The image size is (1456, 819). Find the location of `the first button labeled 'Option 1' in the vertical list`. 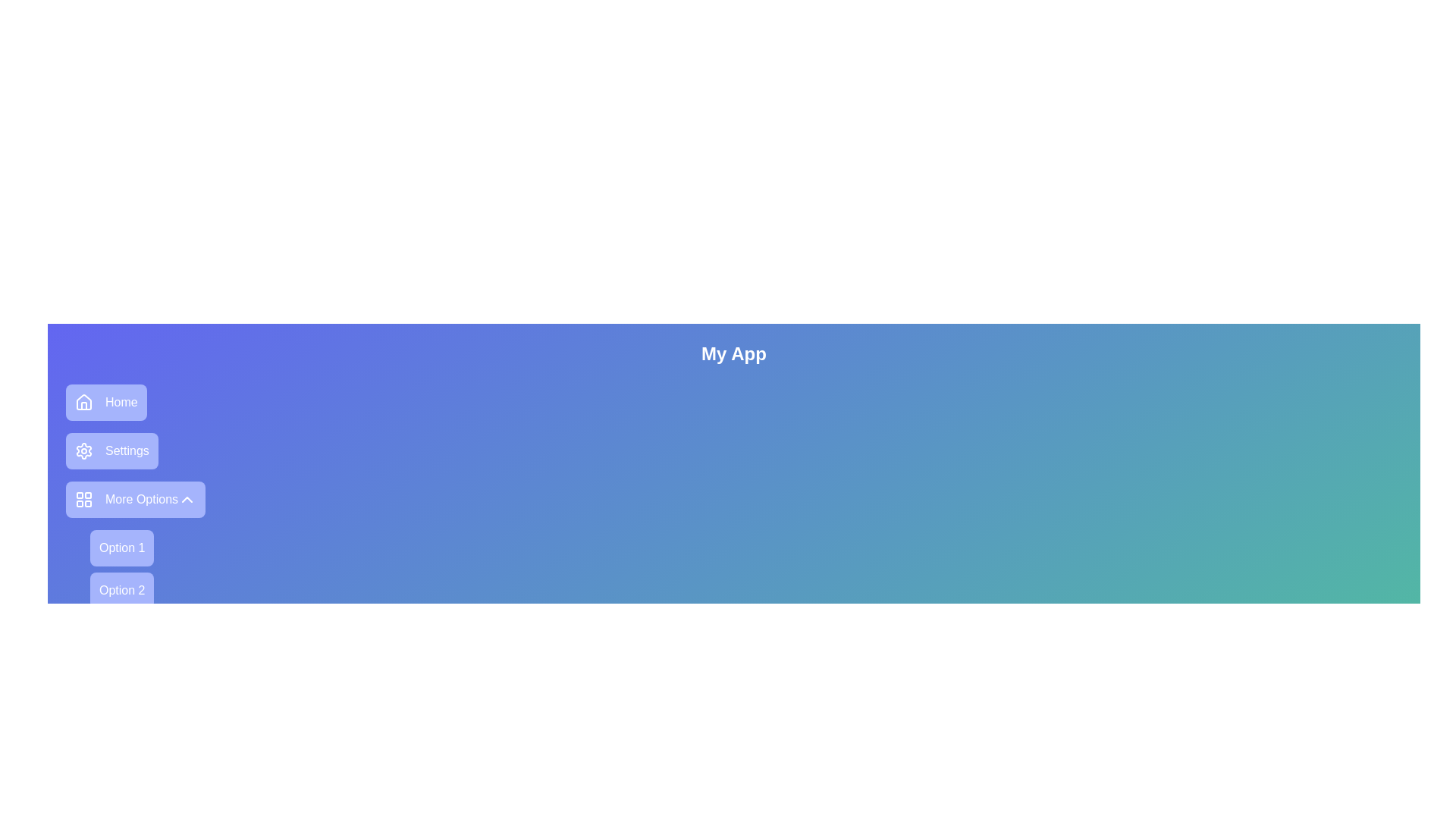

the first button labeled 'Option 1' in the vertical list is located at coordinates (122, 548).